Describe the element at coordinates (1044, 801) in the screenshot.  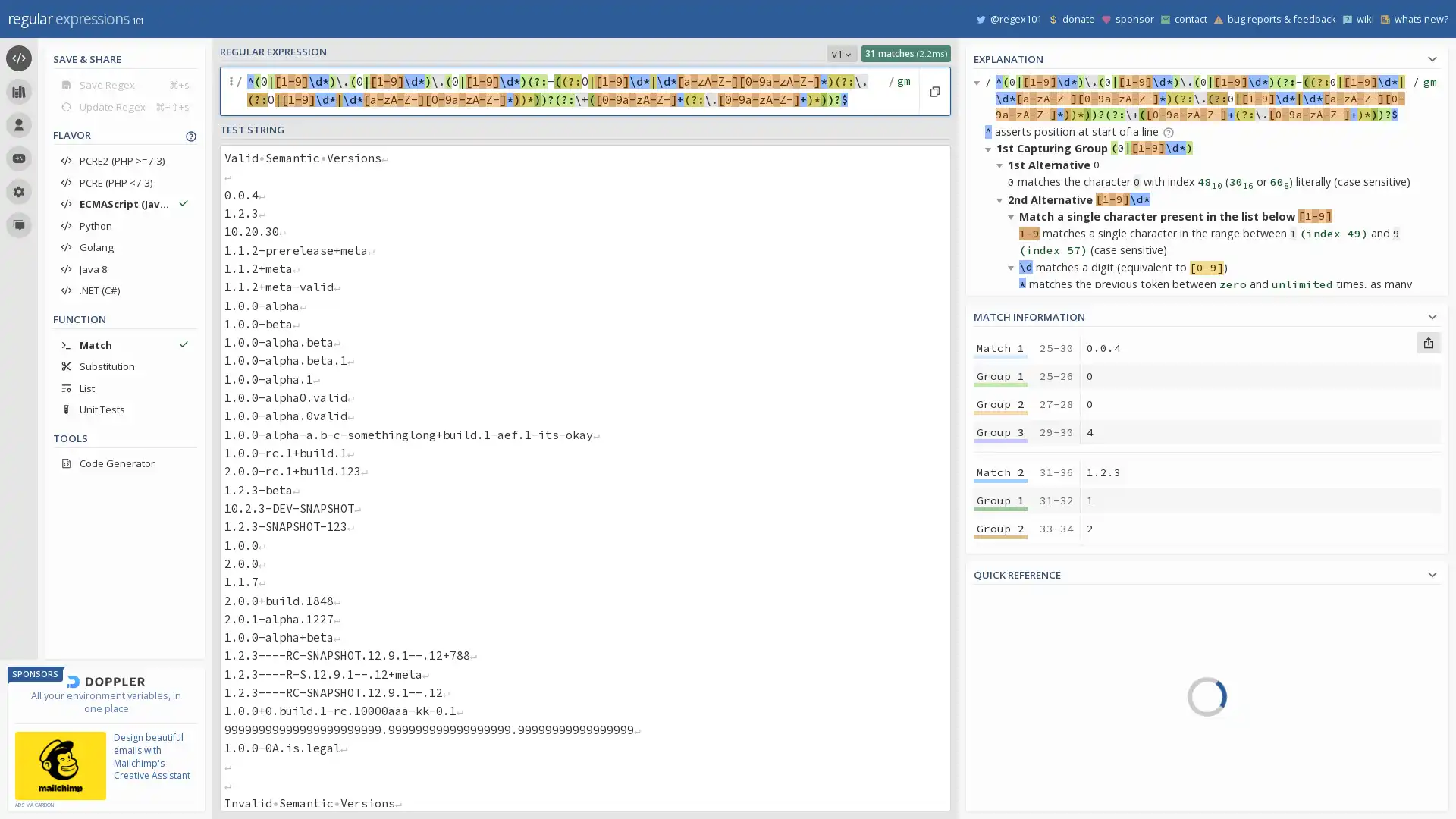
I see `Flags/Modifiers` at that location.